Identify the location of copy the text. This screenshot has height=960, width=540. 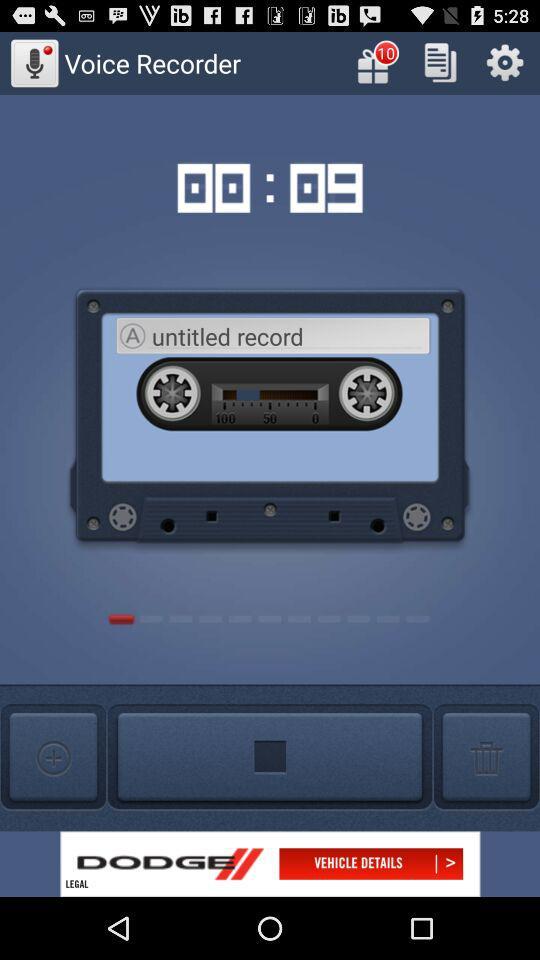
(440, 62).